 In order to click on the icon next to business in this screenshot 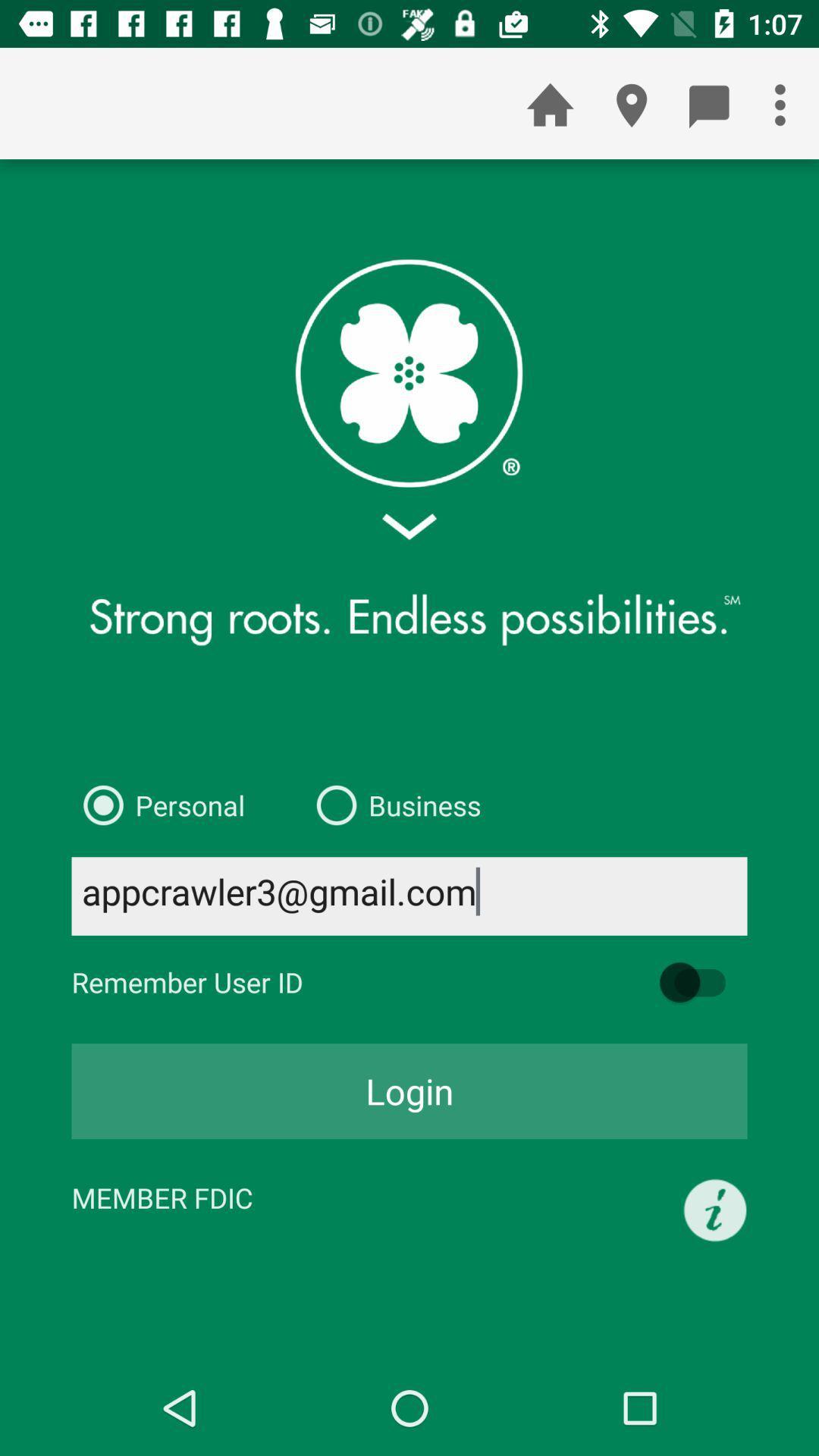, I will do `click(158, 804)`.